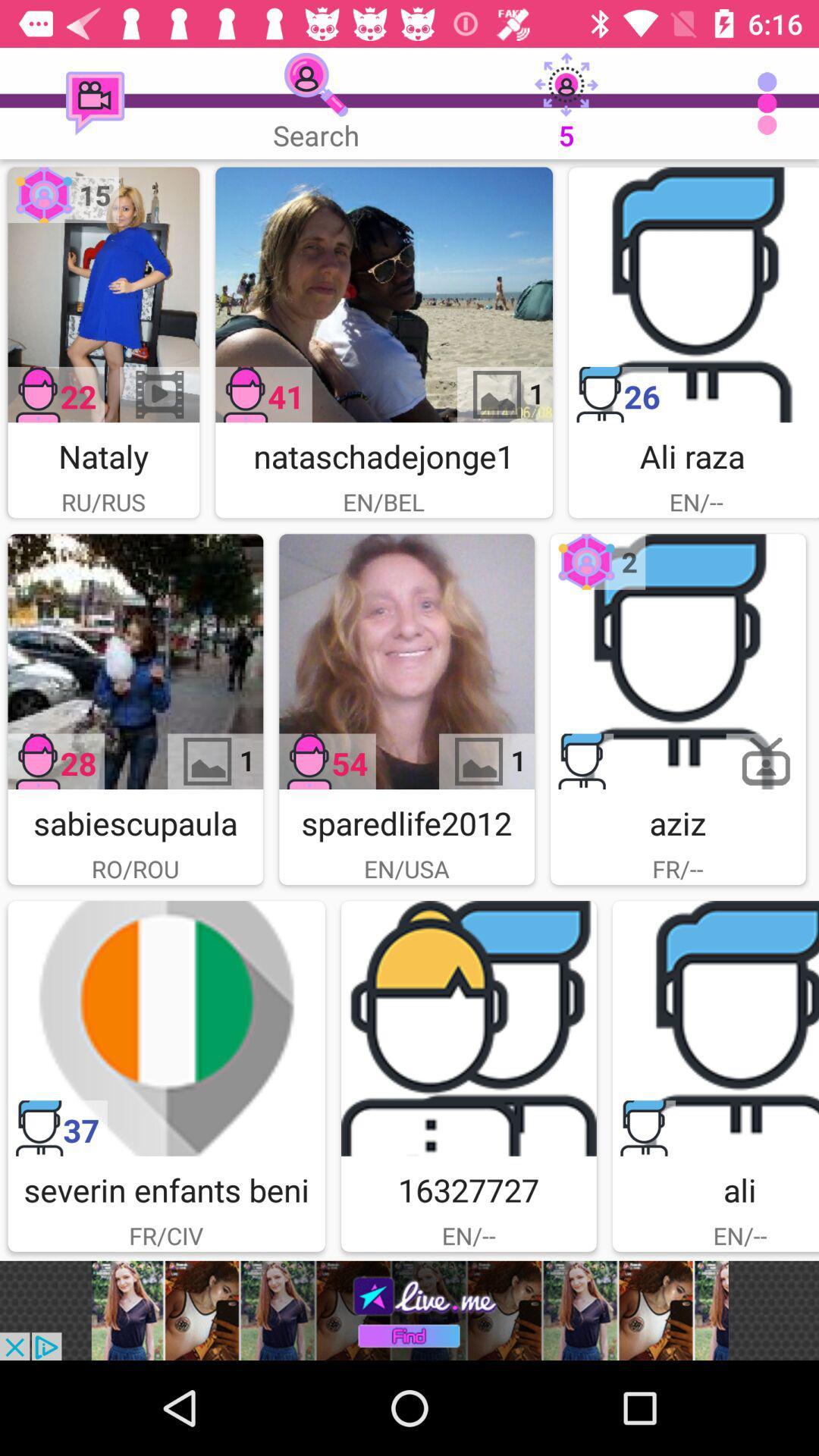 This screenshot has width=819, height=1456. I want to click on open picture, so click(102, 294).